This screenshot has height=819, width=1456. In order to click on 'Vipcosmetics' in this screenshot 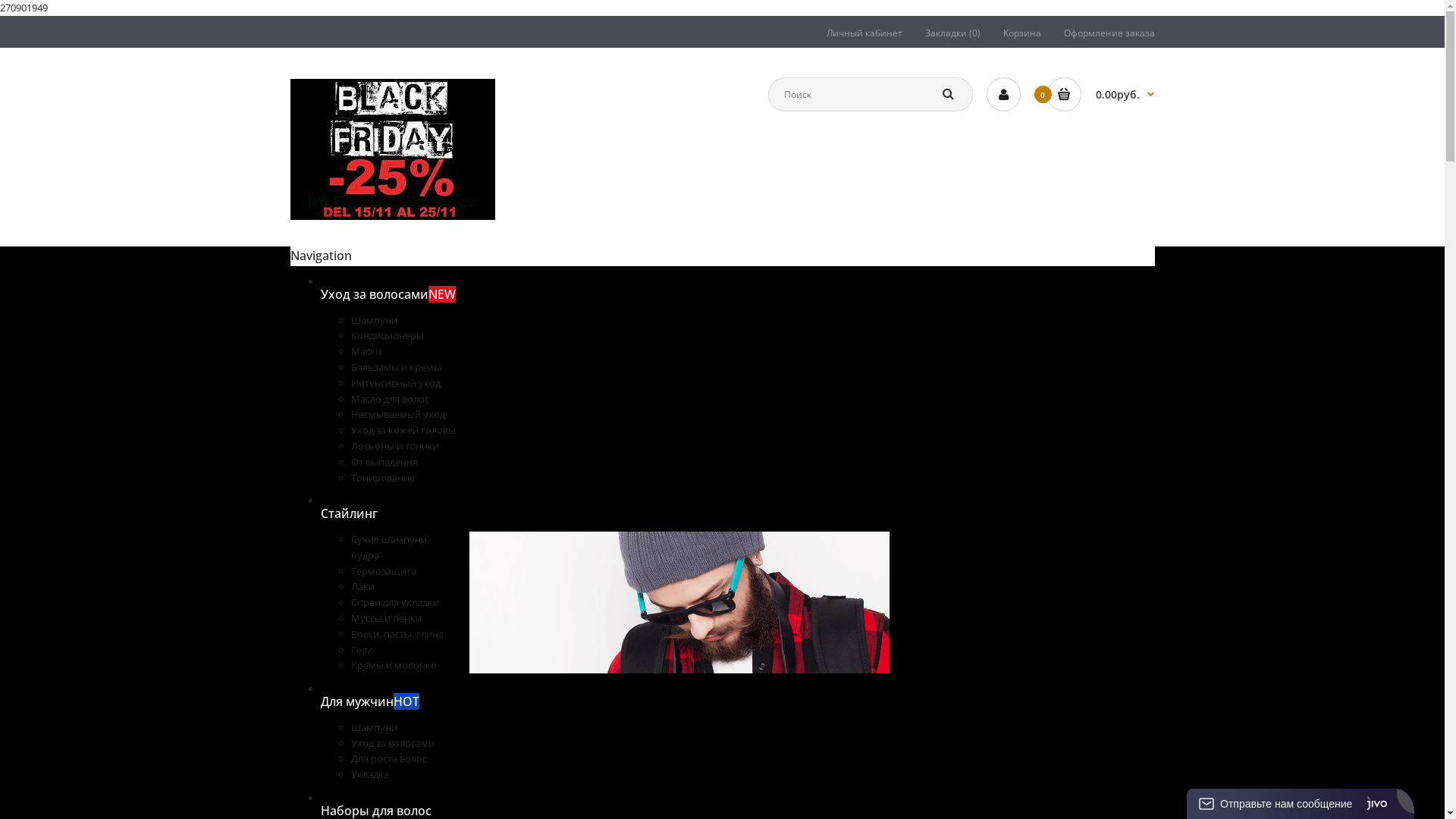, I will do `click(290, 149)`.